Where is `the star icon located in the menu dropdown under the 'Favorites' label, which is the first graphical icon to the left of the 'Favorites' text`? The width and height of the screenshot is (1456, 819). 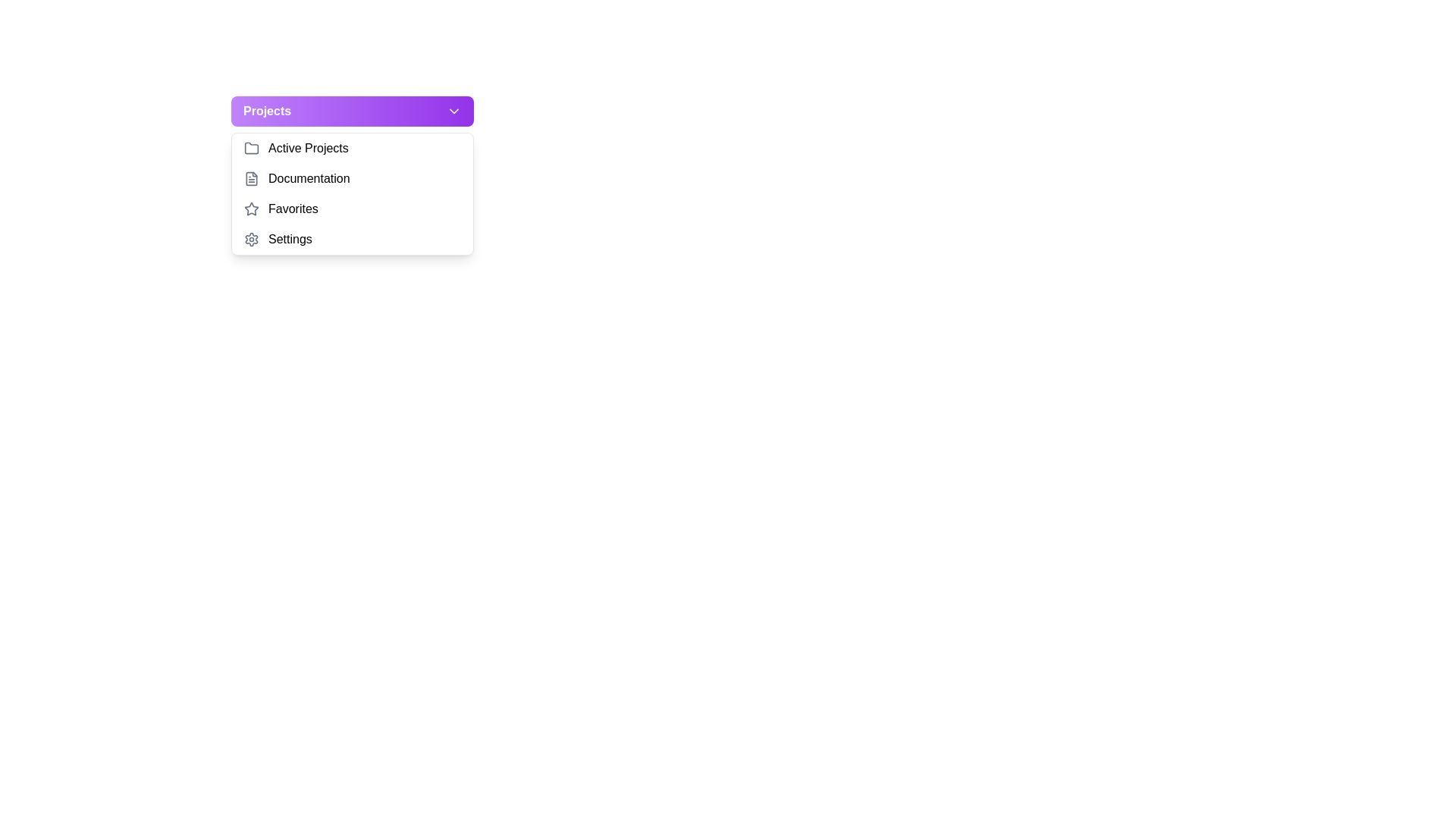
the star icon located in the menu dropdown under the 'Favorites' label, which is the first graphical icon to the left of the 'Favorites' text is located at coordinates (251, 209).